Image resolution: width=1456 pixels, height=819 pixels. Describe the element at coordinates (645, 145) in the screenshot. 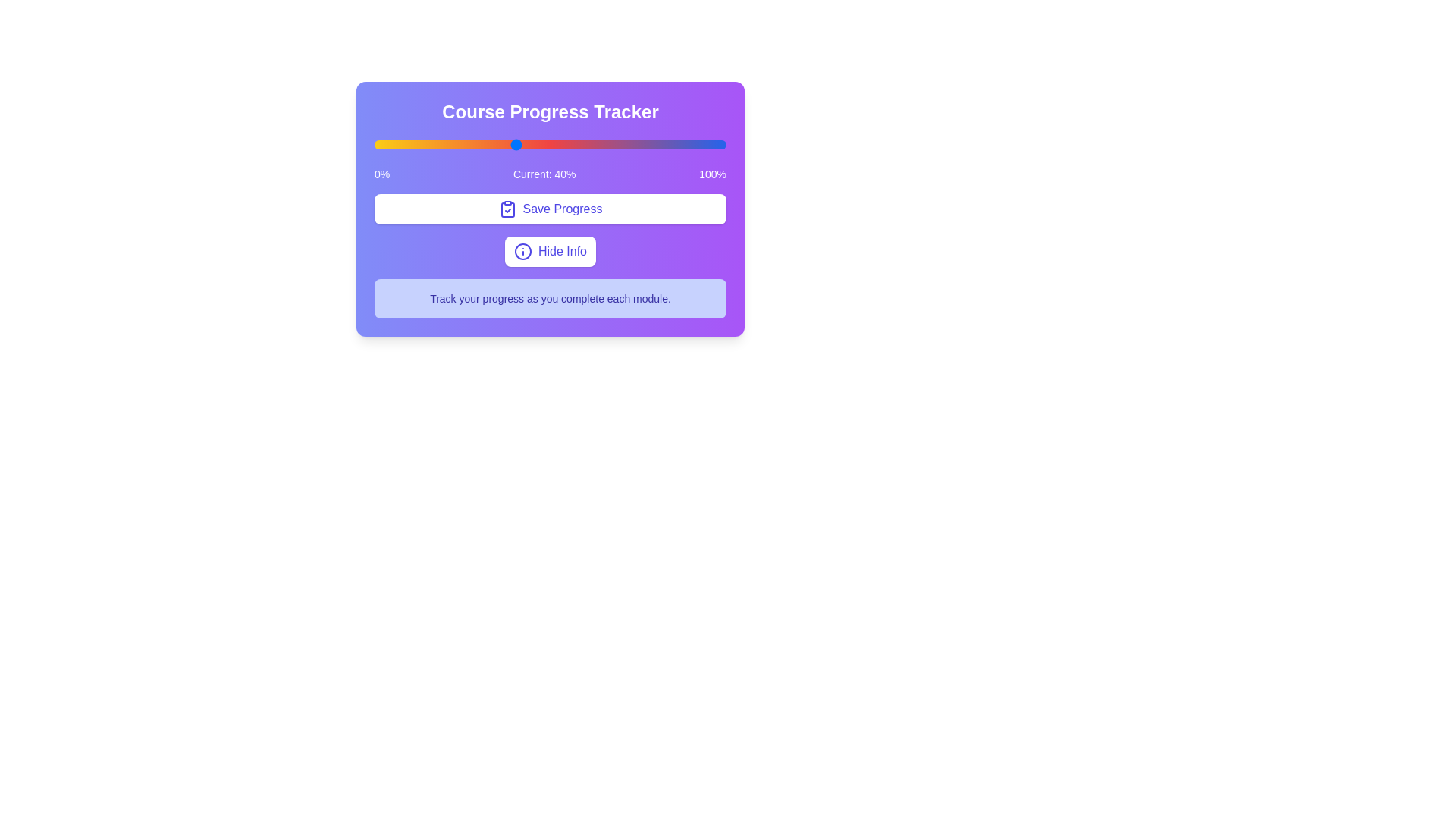

I see `progress percentage` at that location.